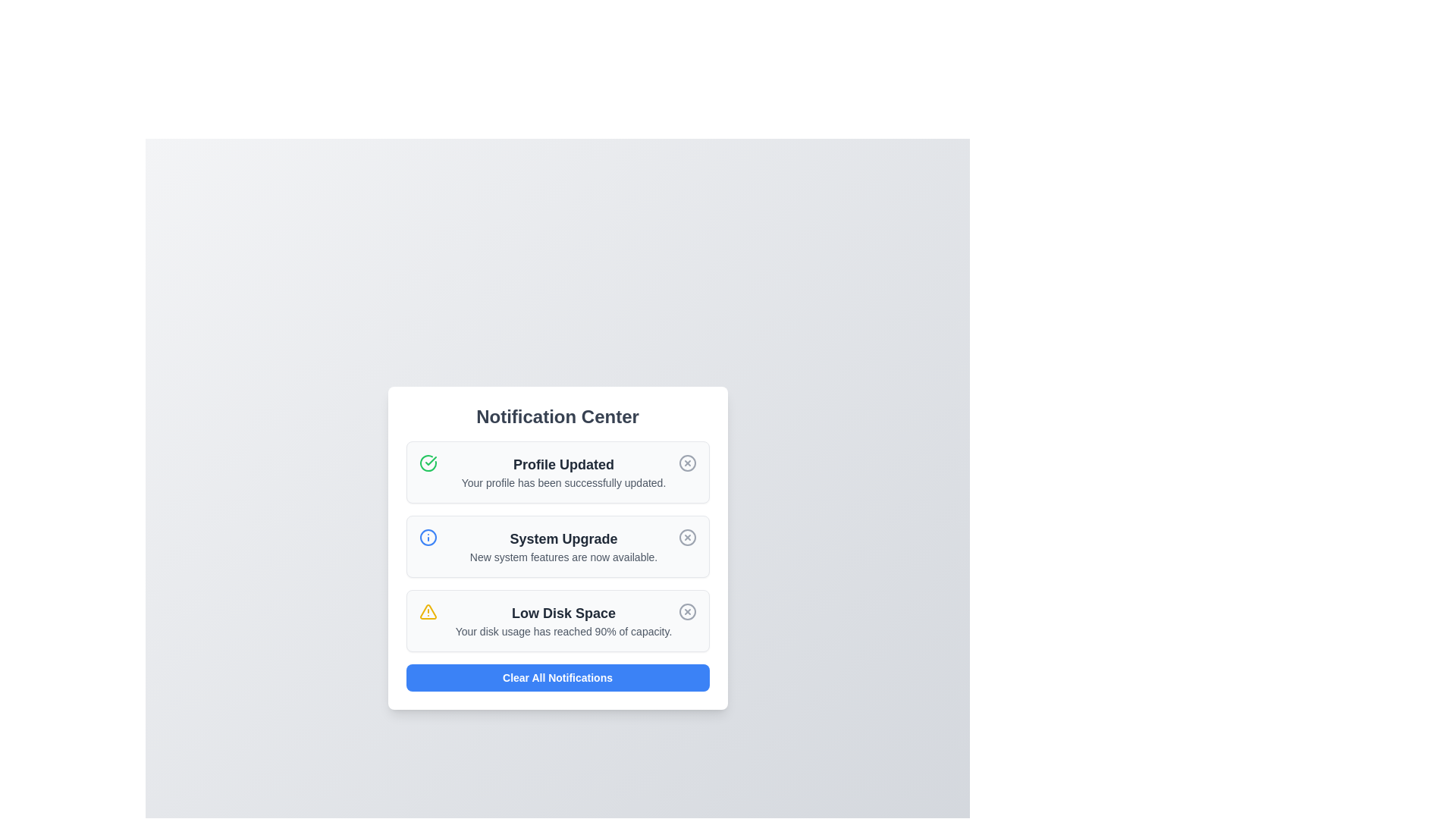  I want to click on the circular dismiss button with an 'X' mark inside it, located in the second notification of the 'Notification Center' next to the 'System Upgrade' text, so click(686, 537).